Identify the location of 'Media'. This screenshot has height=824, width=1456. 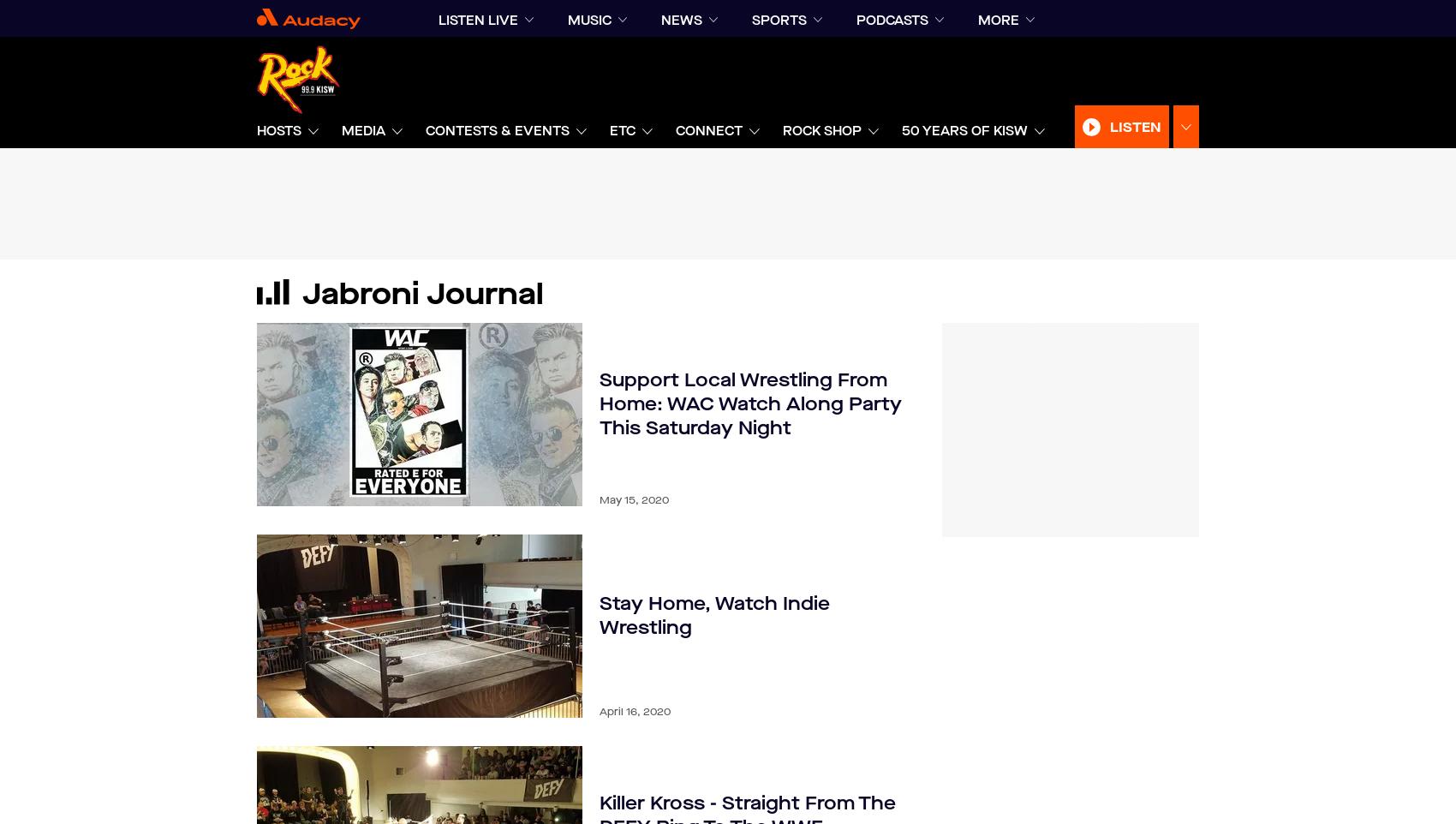
(340, 130).